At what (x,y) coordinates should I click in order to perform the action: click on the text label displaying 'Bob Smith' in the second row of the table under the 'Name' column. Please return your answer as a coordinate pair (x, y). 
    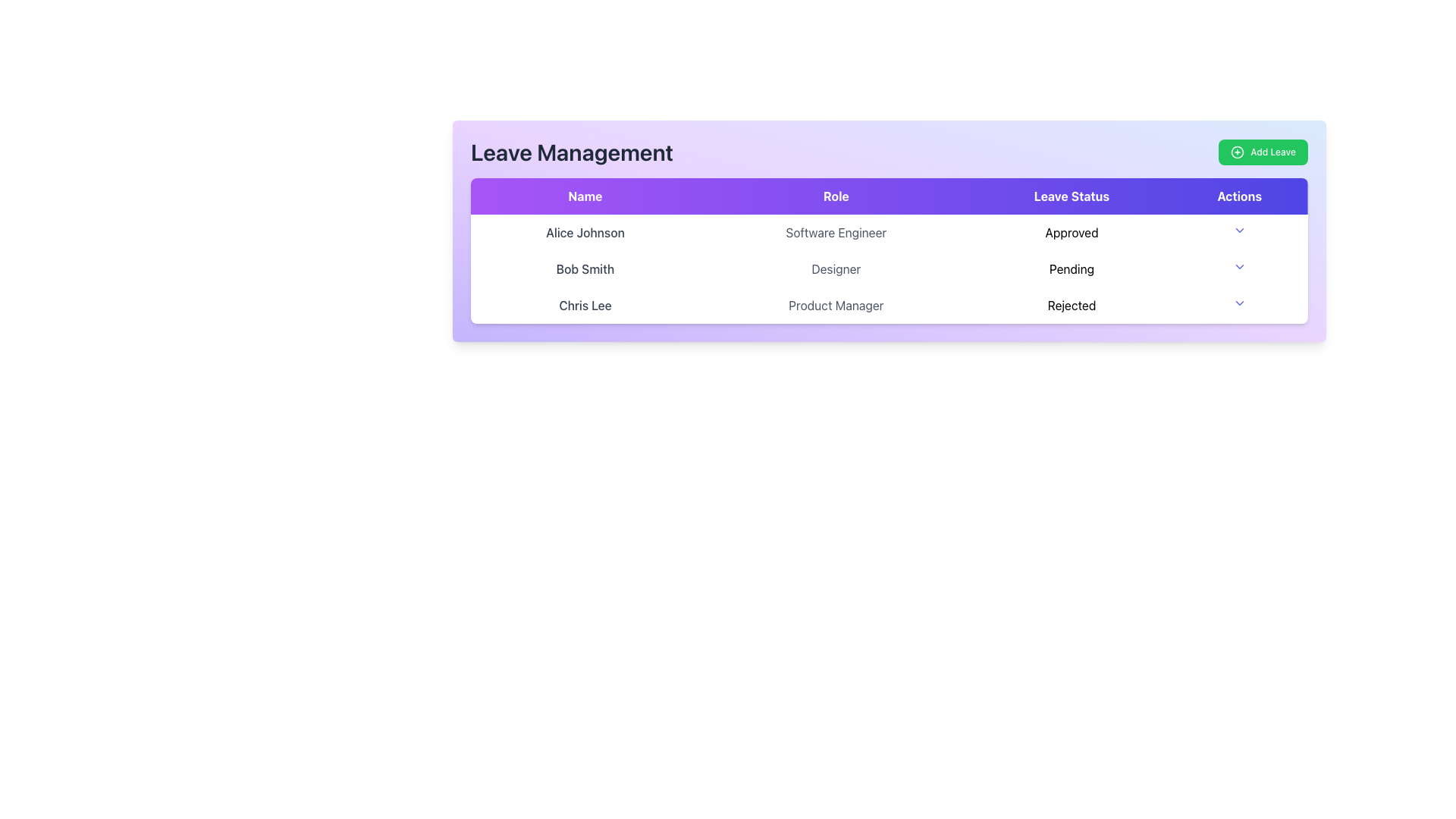
    Looking at the image, I should click on (585, 268).